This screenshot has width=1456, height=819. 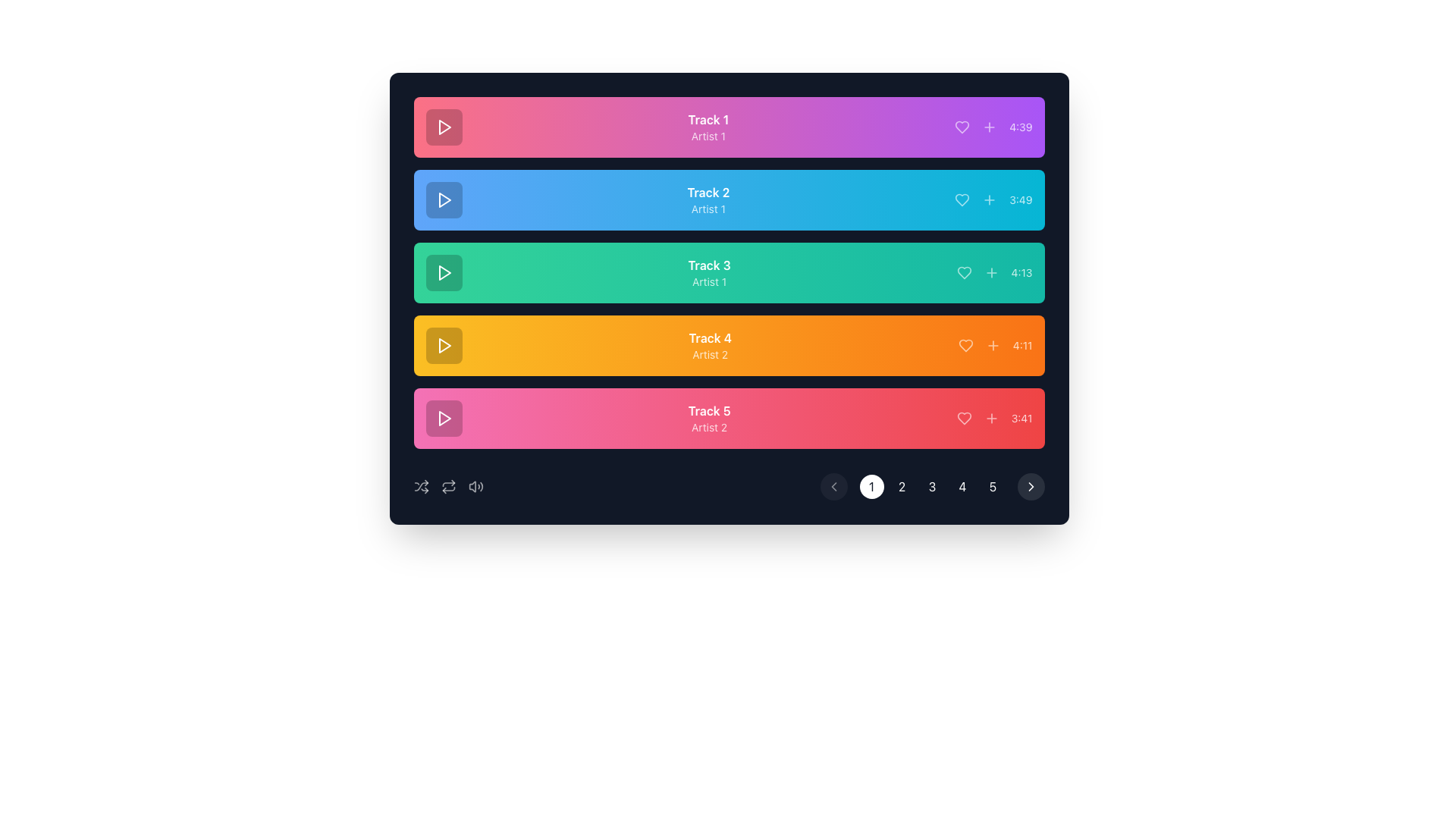 What do you see at coordinates (443, 271) in the screenshot?
I see `the green rounded square play button with a white triangle icon to play the track in the 'Track 3' row` at bounding box center [443, 271].